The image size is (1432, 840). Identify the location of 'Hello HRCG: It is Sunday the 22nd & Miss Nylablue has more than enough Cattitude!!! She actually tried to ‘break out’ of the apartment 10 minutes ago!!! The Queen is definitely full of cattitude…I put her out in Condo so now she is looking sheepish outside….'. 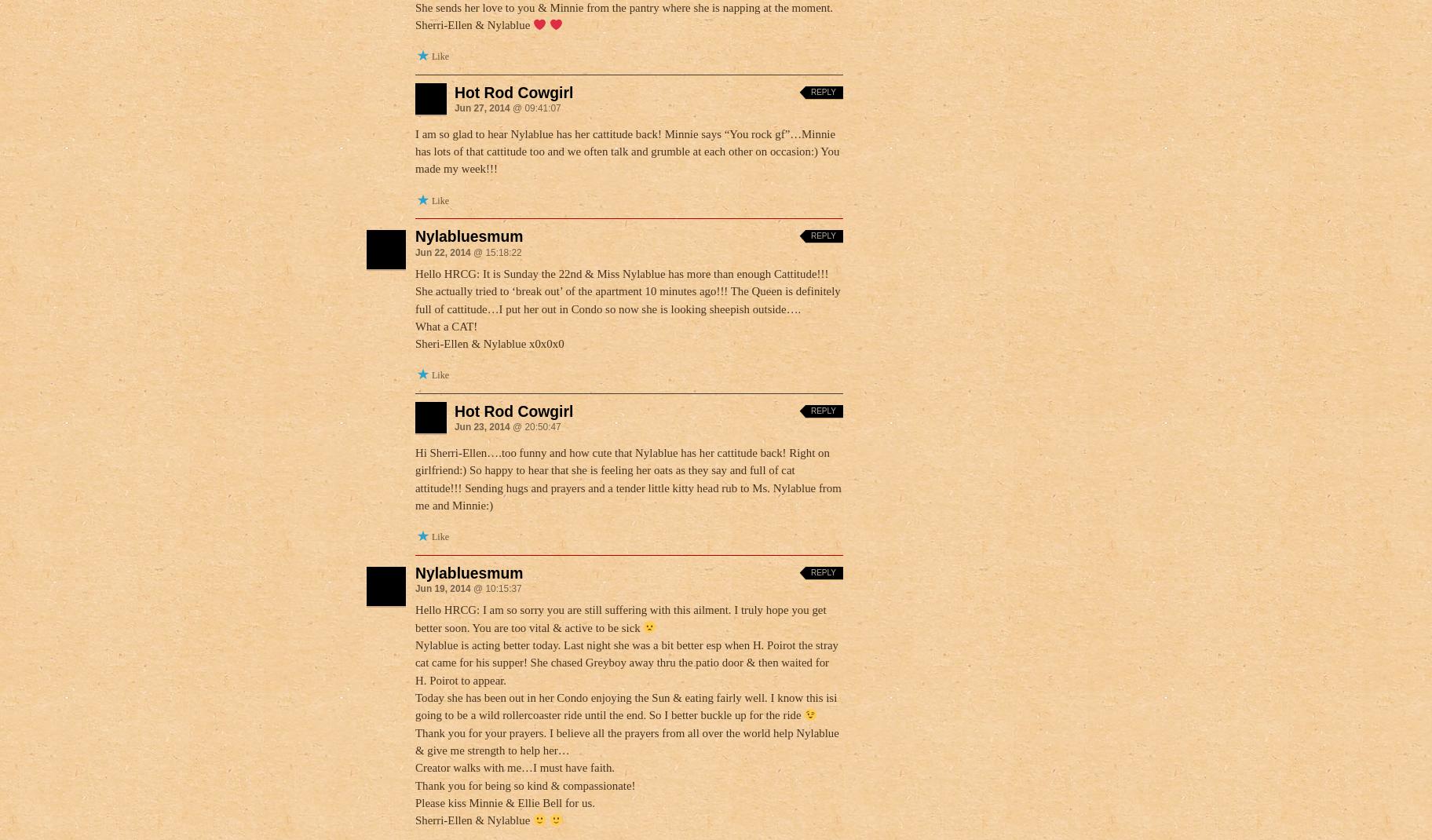
(627, 290).